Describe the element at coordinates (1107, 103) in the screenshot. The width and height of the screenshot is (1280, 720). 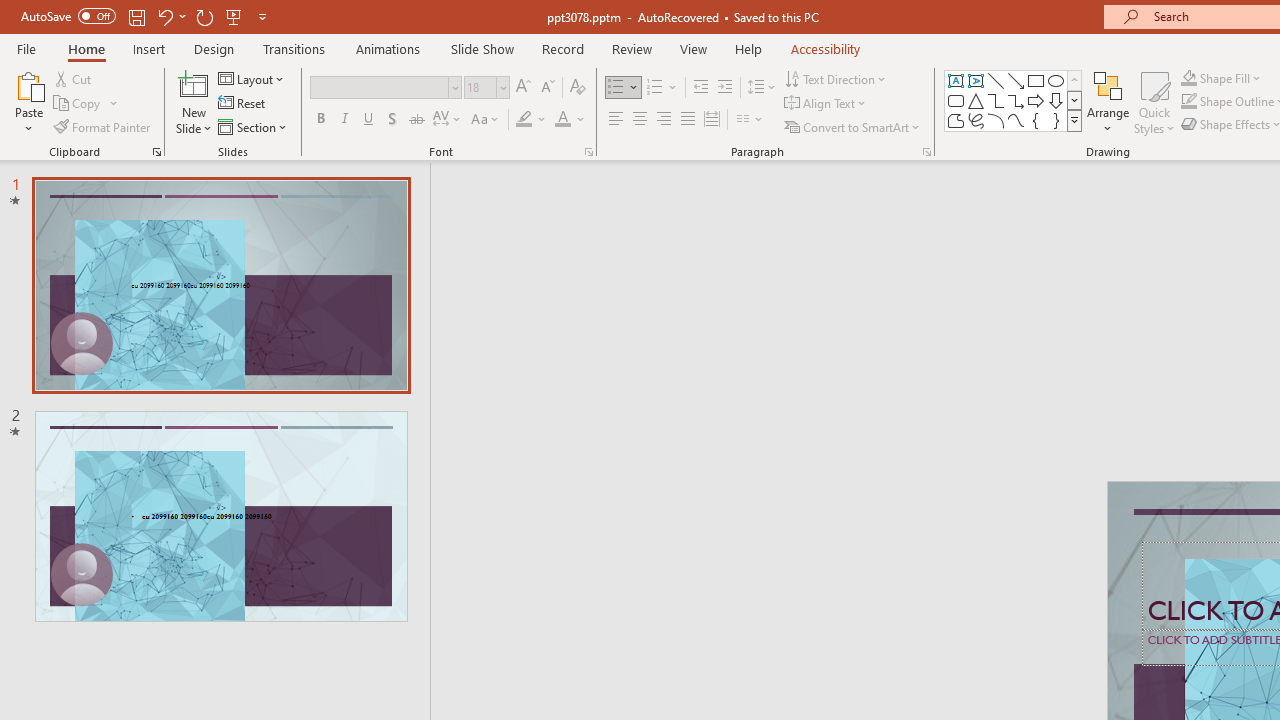
I see `'Arrange'` at that location.